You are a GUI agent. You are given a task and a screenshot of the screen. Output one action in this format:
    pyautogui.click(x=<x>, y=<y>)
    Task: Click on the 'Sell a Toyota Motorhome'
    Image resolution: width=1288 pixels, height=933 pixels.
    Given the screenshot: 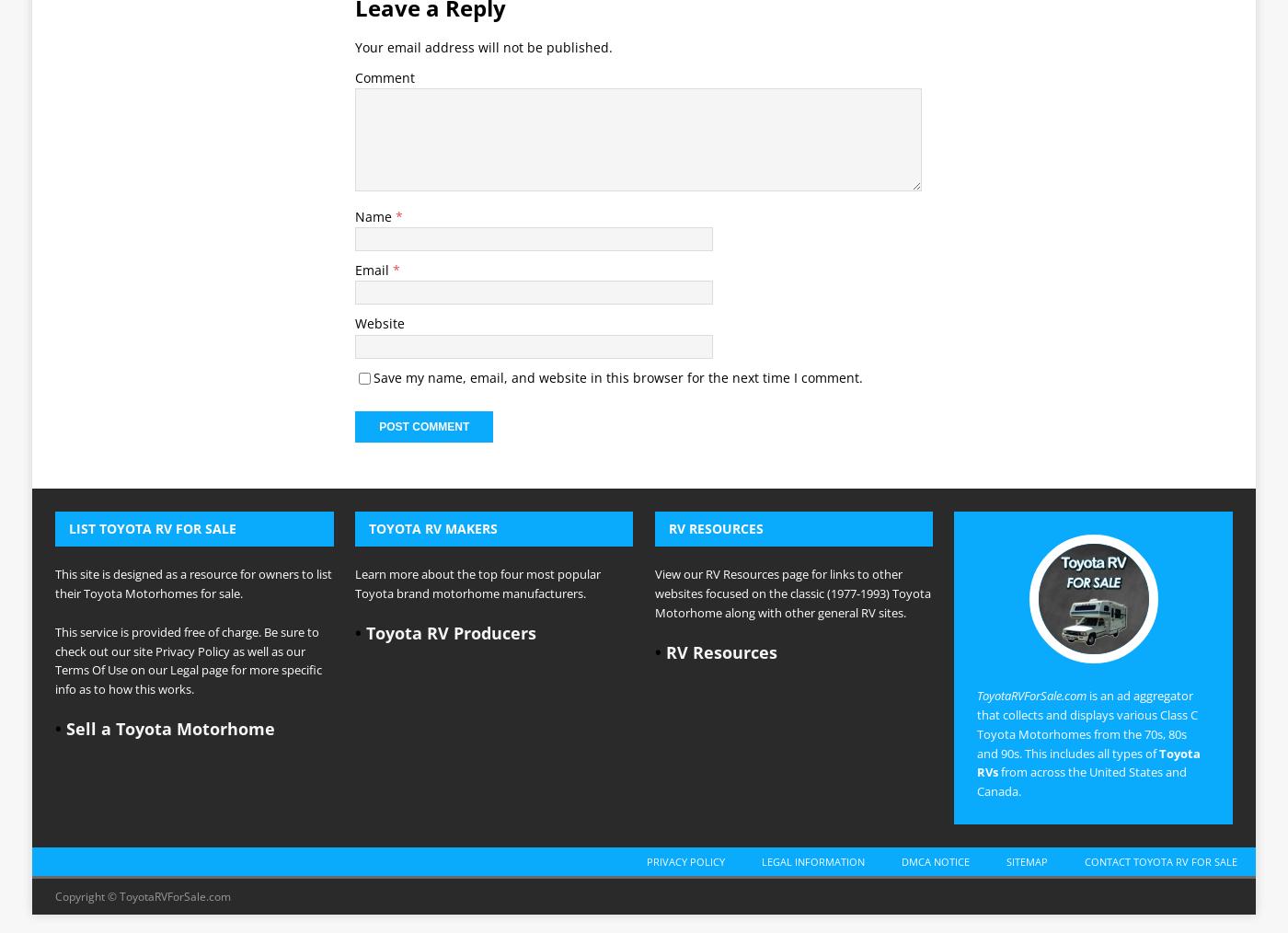 What is the action you would take?
    pyautogui.click(x=170, y=468)
    